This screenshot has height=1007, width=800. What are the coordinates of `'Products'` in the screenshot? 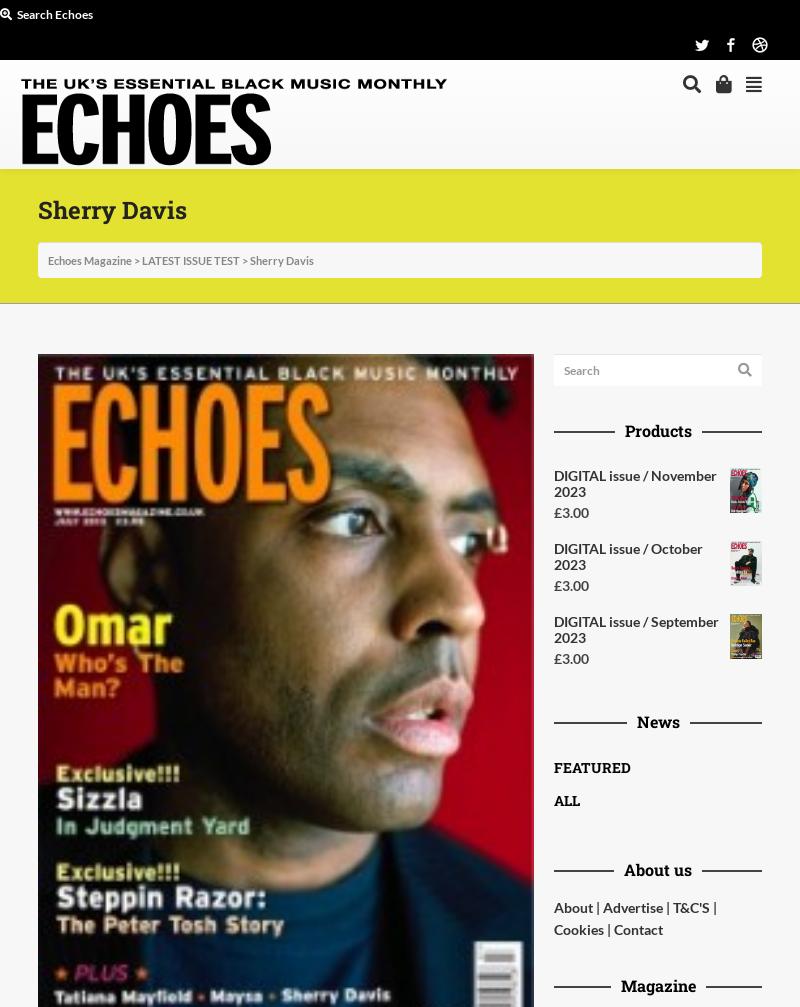 It's located at (656, 430).